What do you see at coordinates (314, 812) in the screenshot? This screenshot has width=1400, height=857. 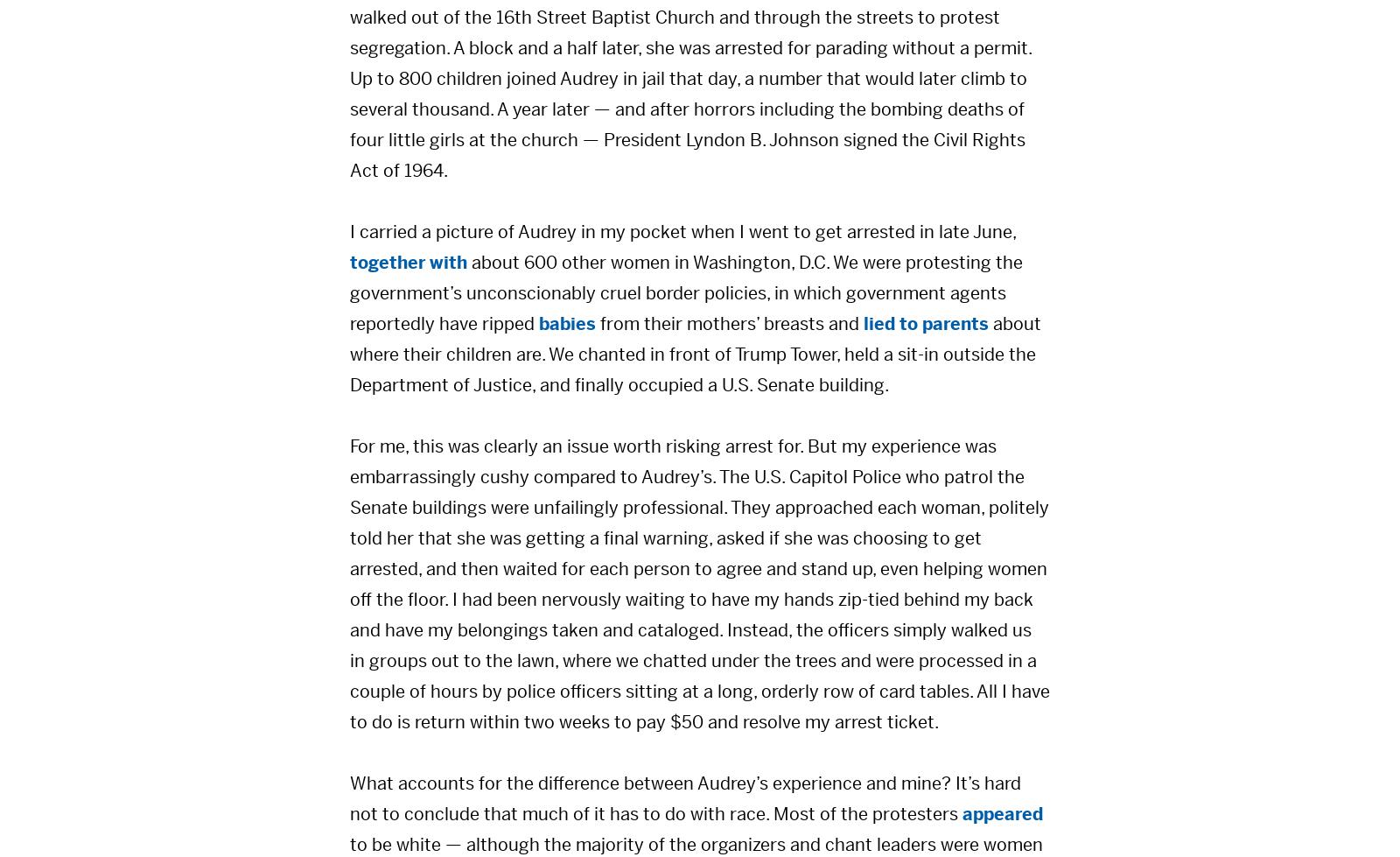 I see `'New York Office'` at bounding box center [314, 812].